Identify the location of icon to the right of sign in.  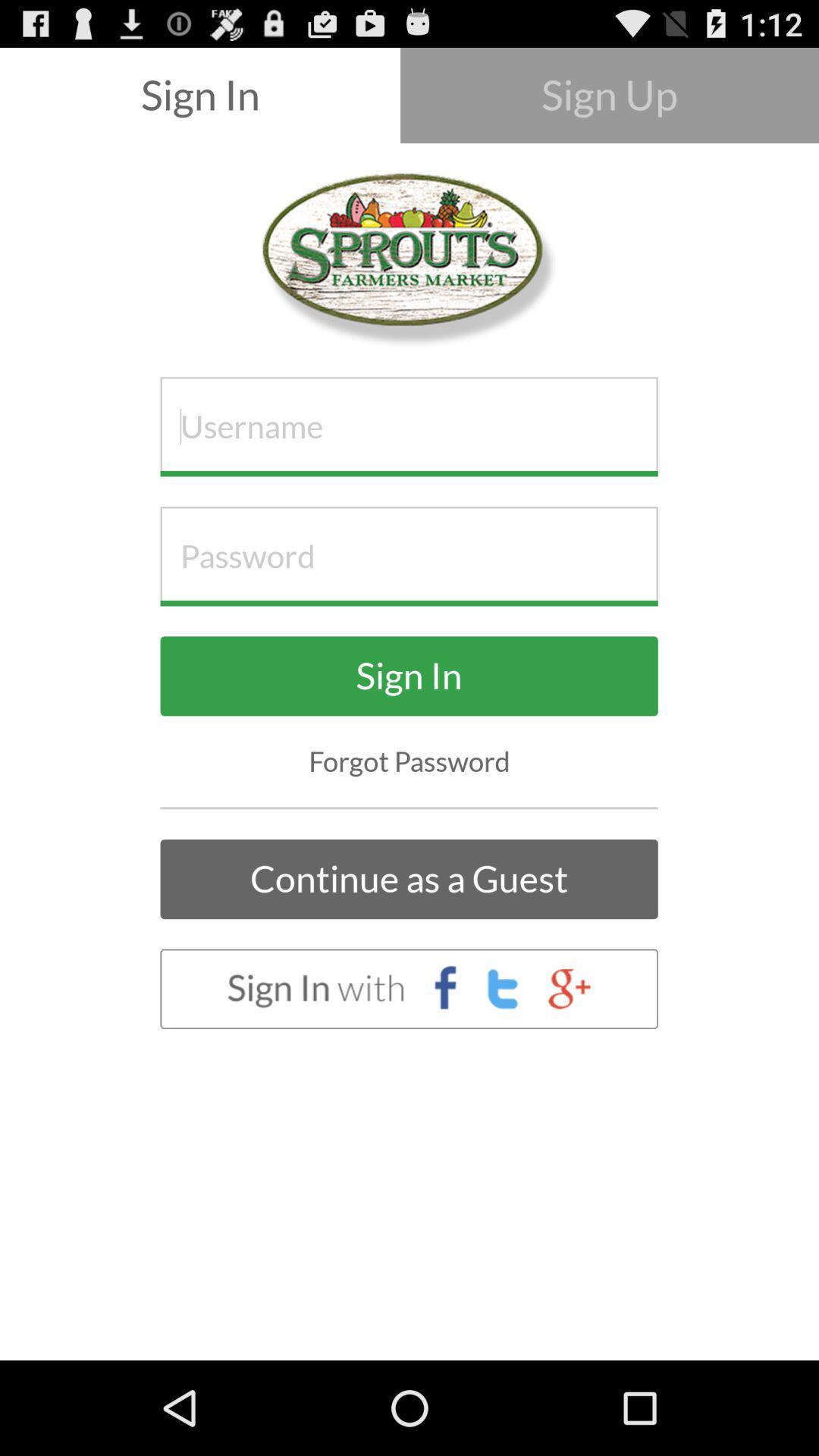
(608, 94).